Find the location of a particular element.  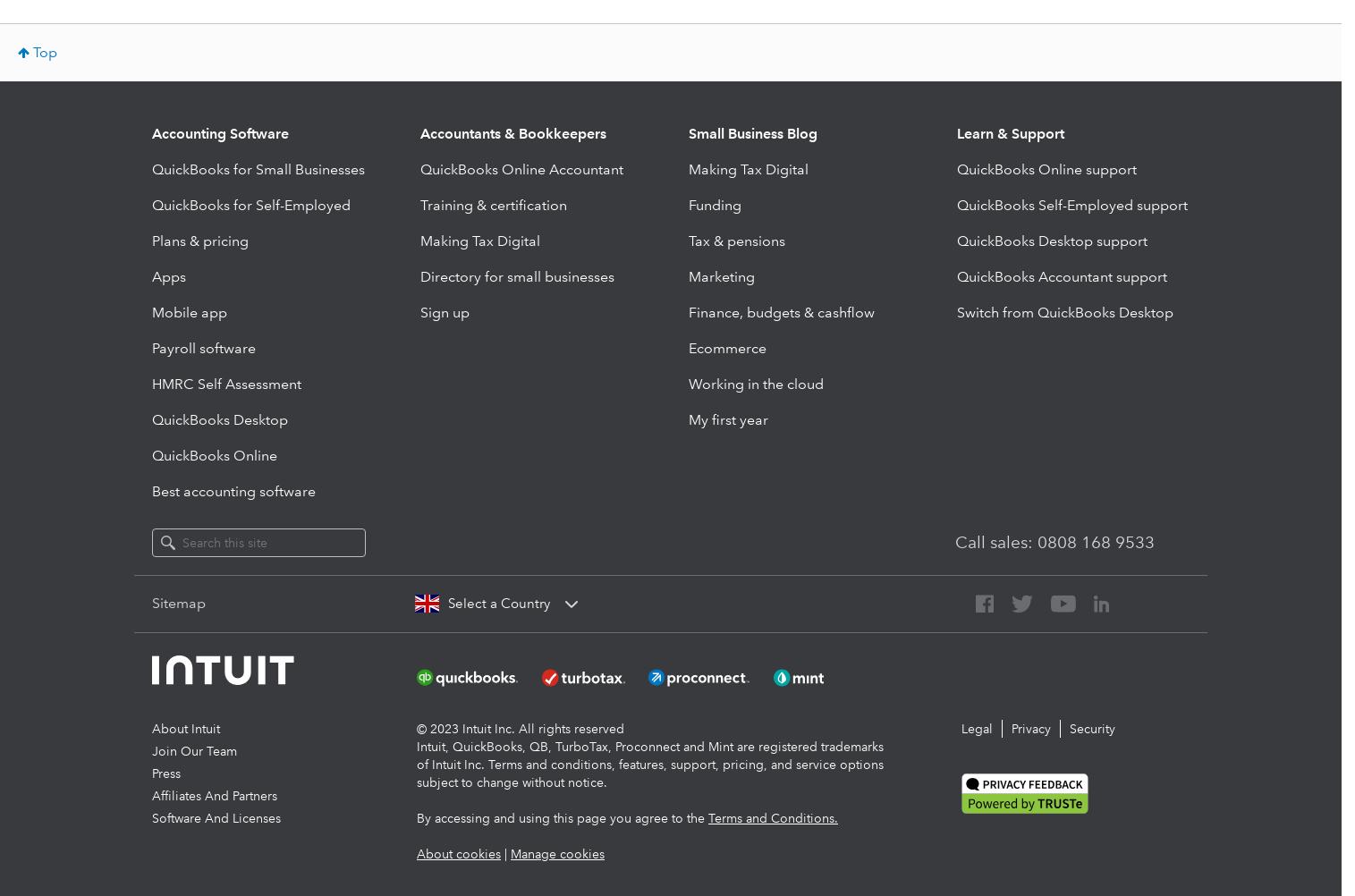

'Press' is located at coordinates (165, 773).